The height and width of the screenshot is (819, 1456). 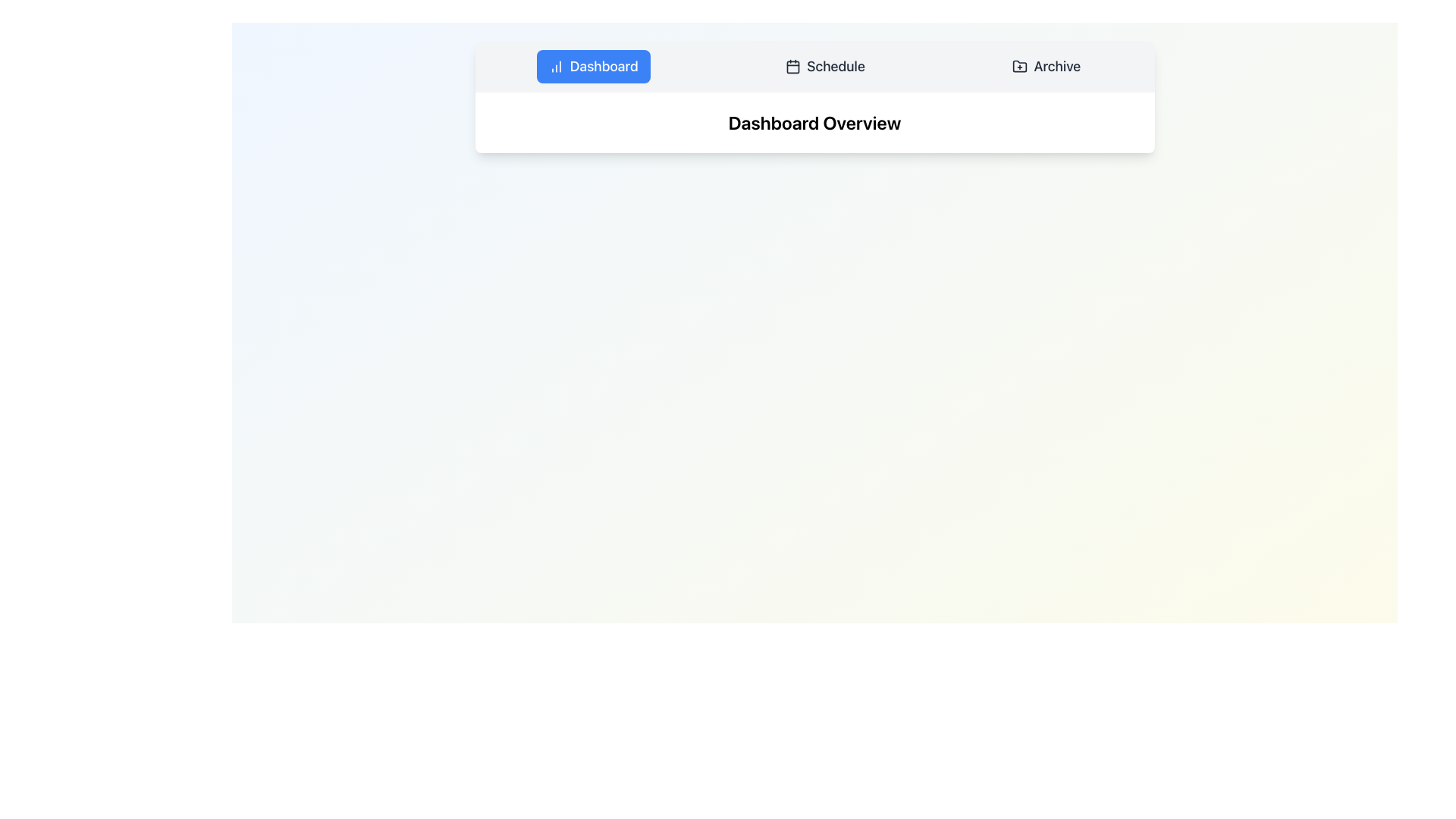 I want to click on the heading 'Dashboard Overview' which is centrally located in the panel beneath the navigation bar, so click(x=814, y=122).